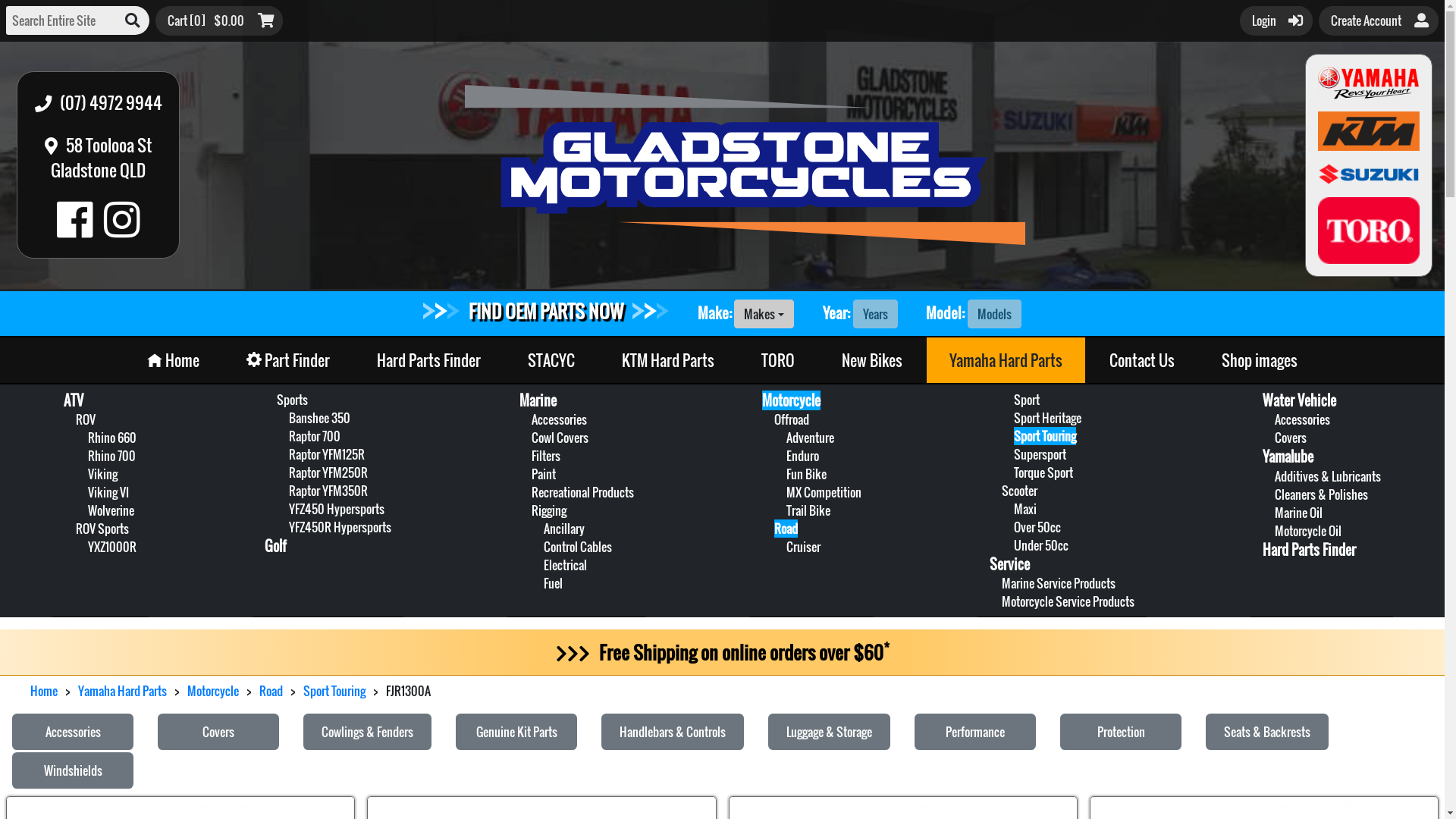  Describe the element at coordinates (538, 400) in the screenshot. I see `'Marine'` at that location.